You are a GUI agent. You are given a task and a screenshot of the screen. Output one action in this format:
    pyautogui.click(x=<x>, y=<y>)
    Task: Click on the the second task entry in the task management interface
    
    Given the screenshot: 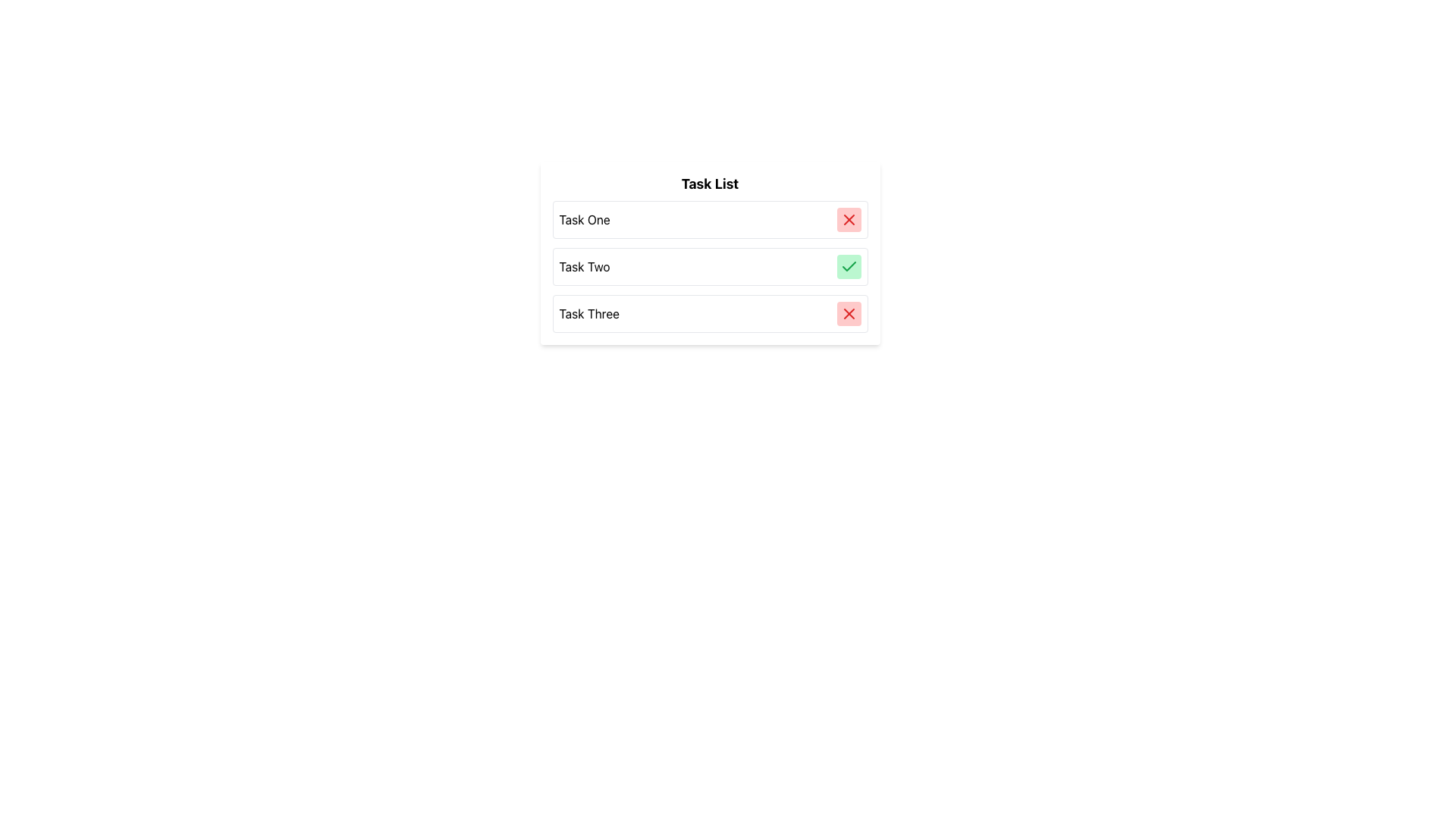 What is the action you would take?
    pyautogui.click(x=709, y=265)
    